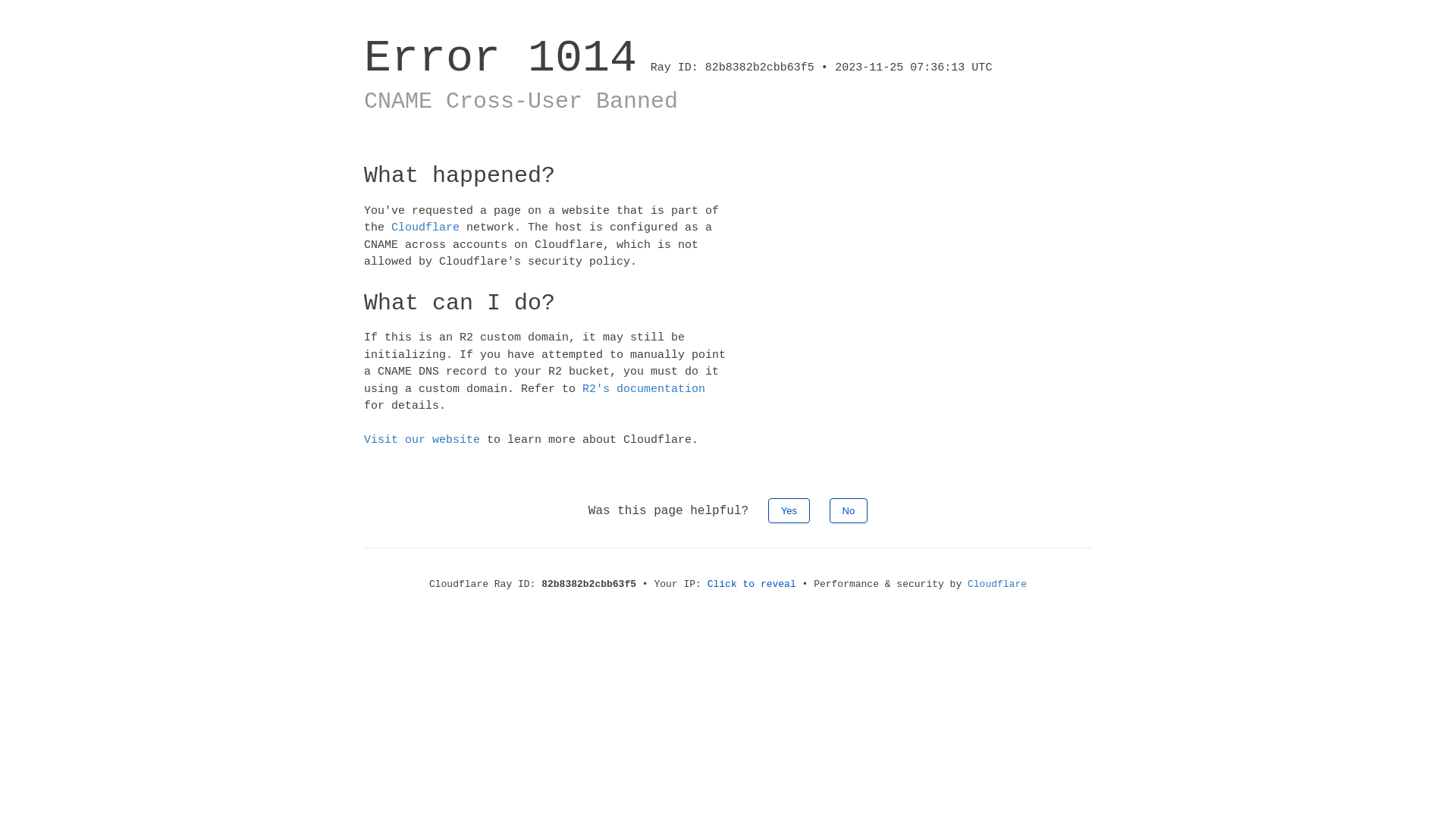  I want to click on 'R2's documentation', so click(582, 388).